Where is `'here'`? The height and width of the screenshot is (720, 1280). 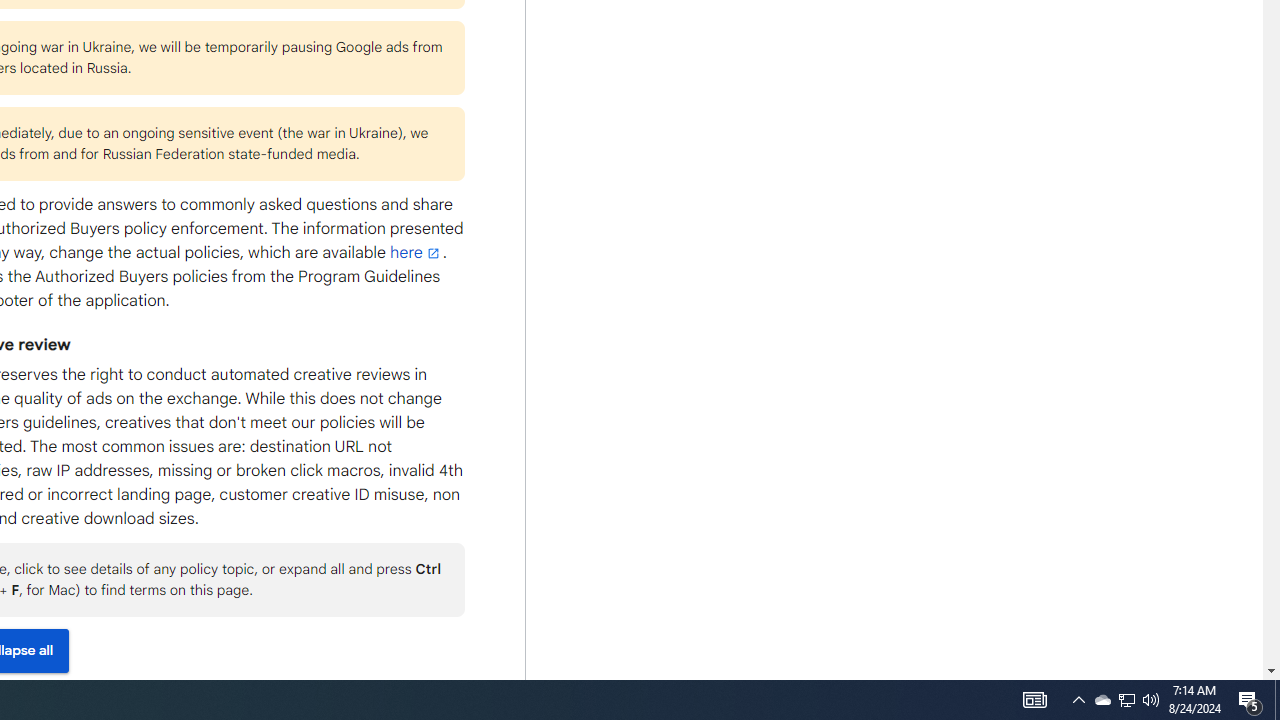
'here' is located at coordinates (415, 252).